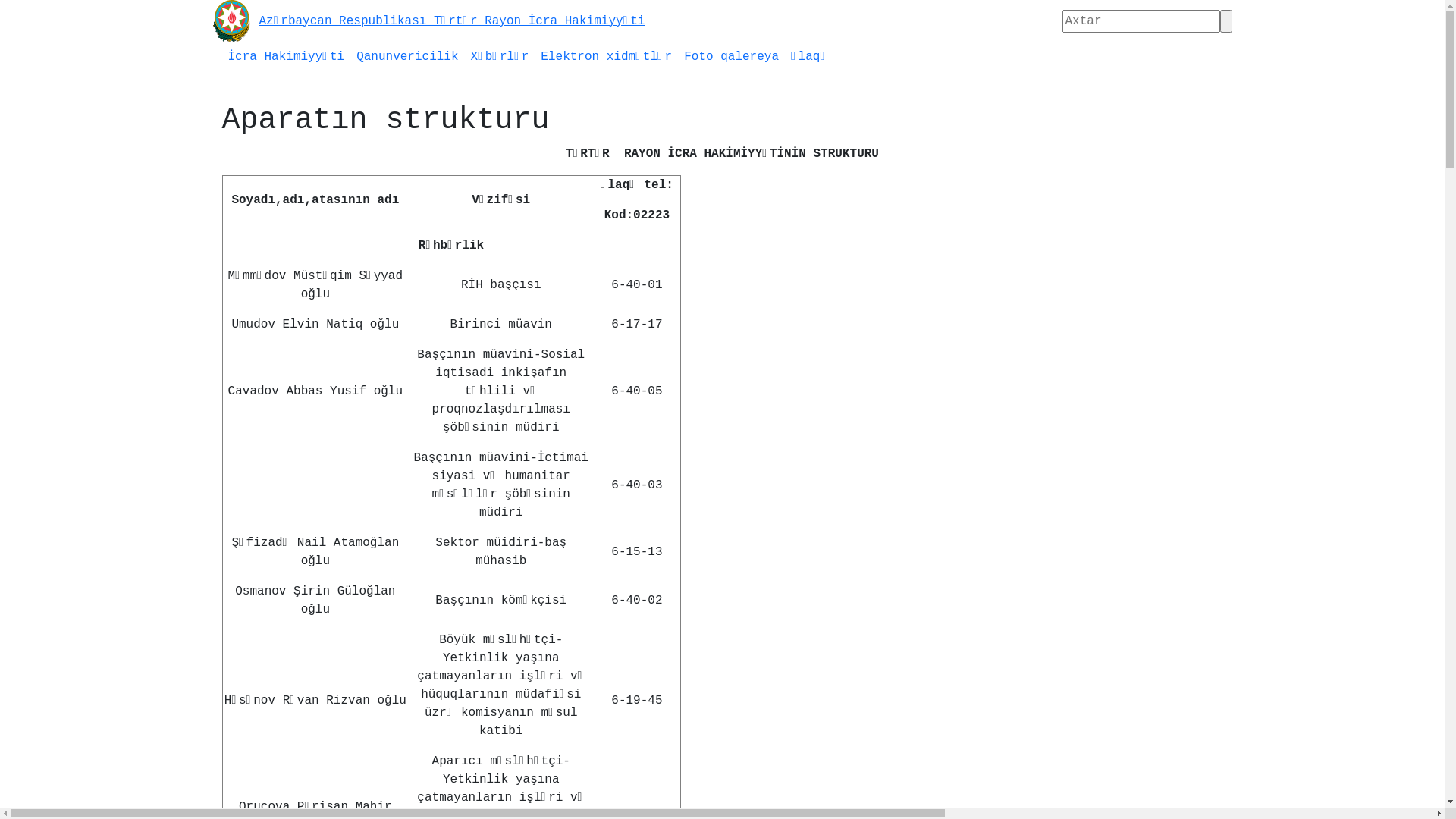 The width and height of the screenshot is (1456, 819). Describe the element at coordinates (676, 55) in the screenshot. I see `'Foto qalereya'` at that location.